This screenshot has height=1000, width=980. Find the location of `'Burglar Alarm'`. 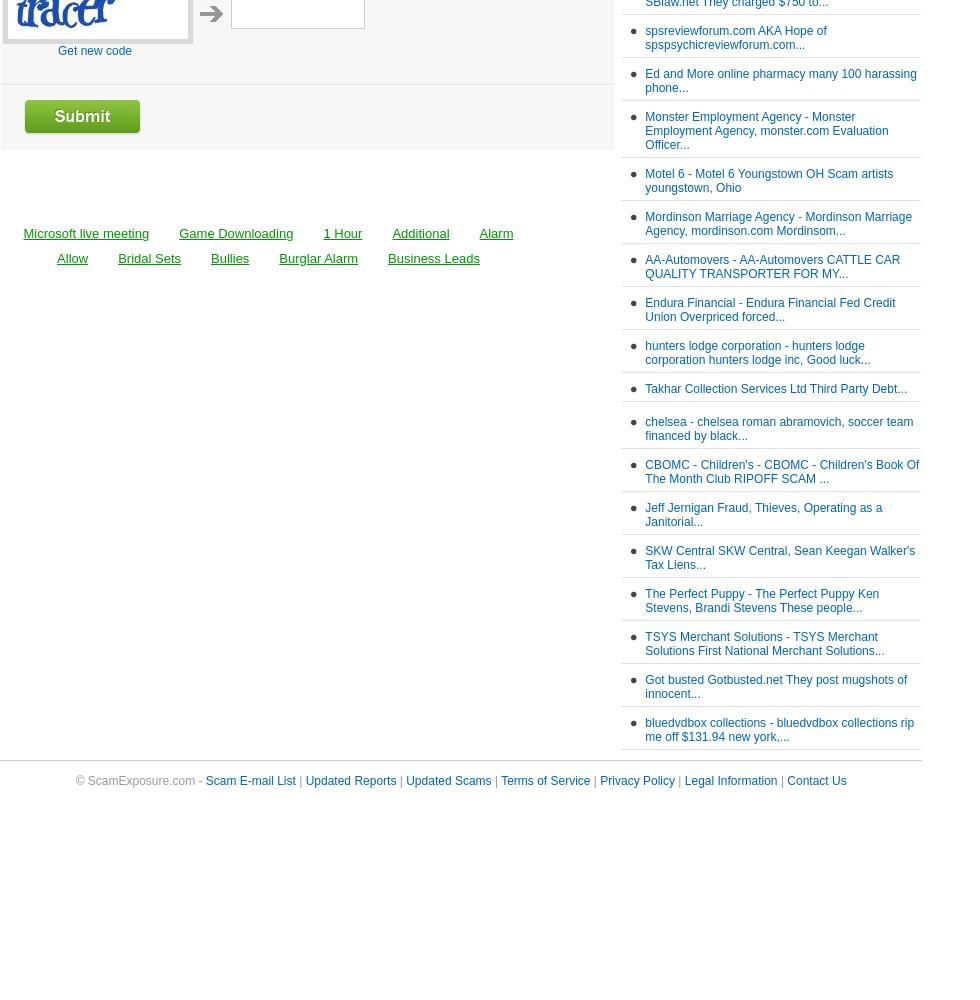

'Burglar Alarm' is located at coordinates (318, 258).